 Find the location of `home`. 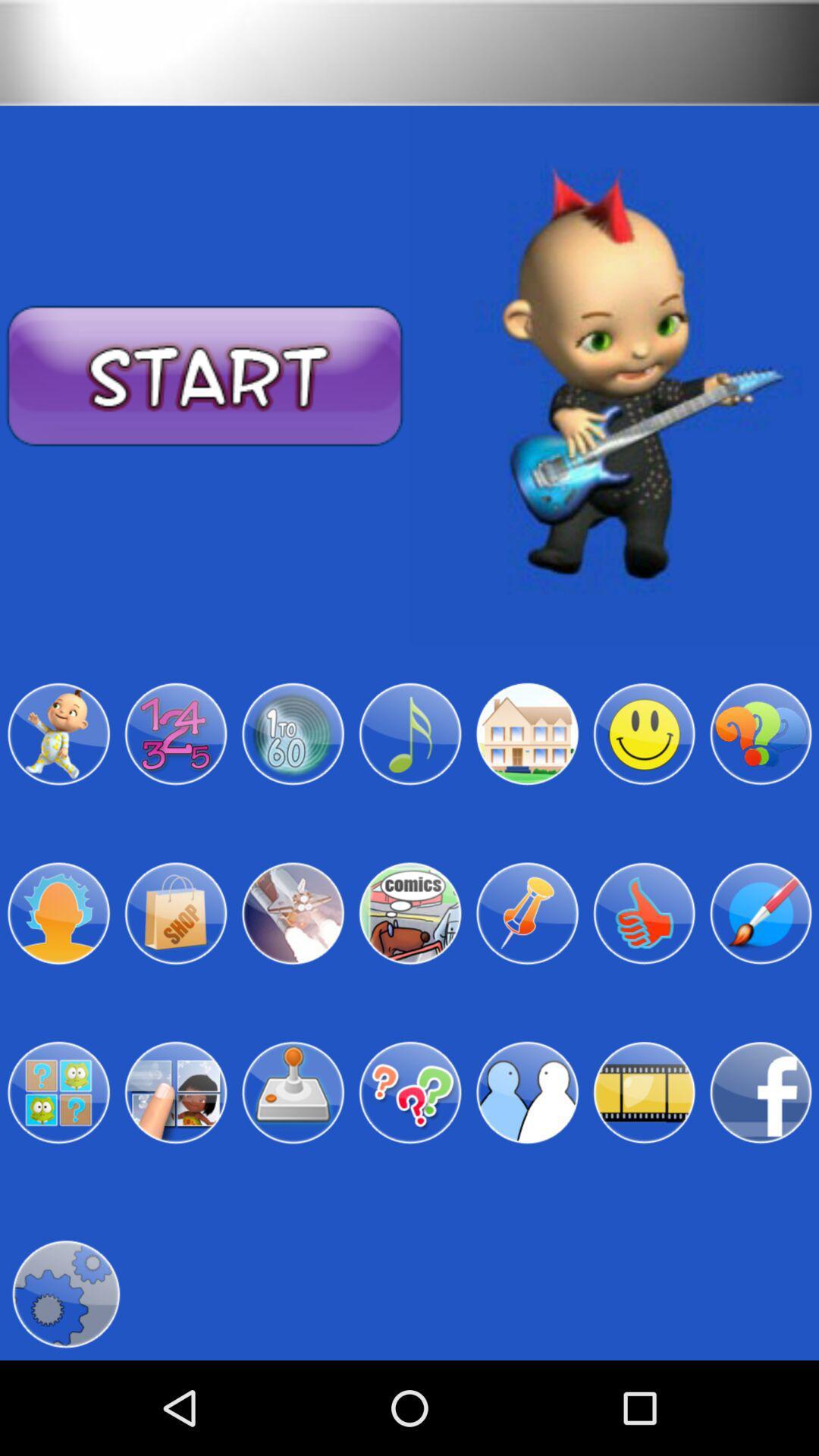

home is located at coordinates (526, 734).